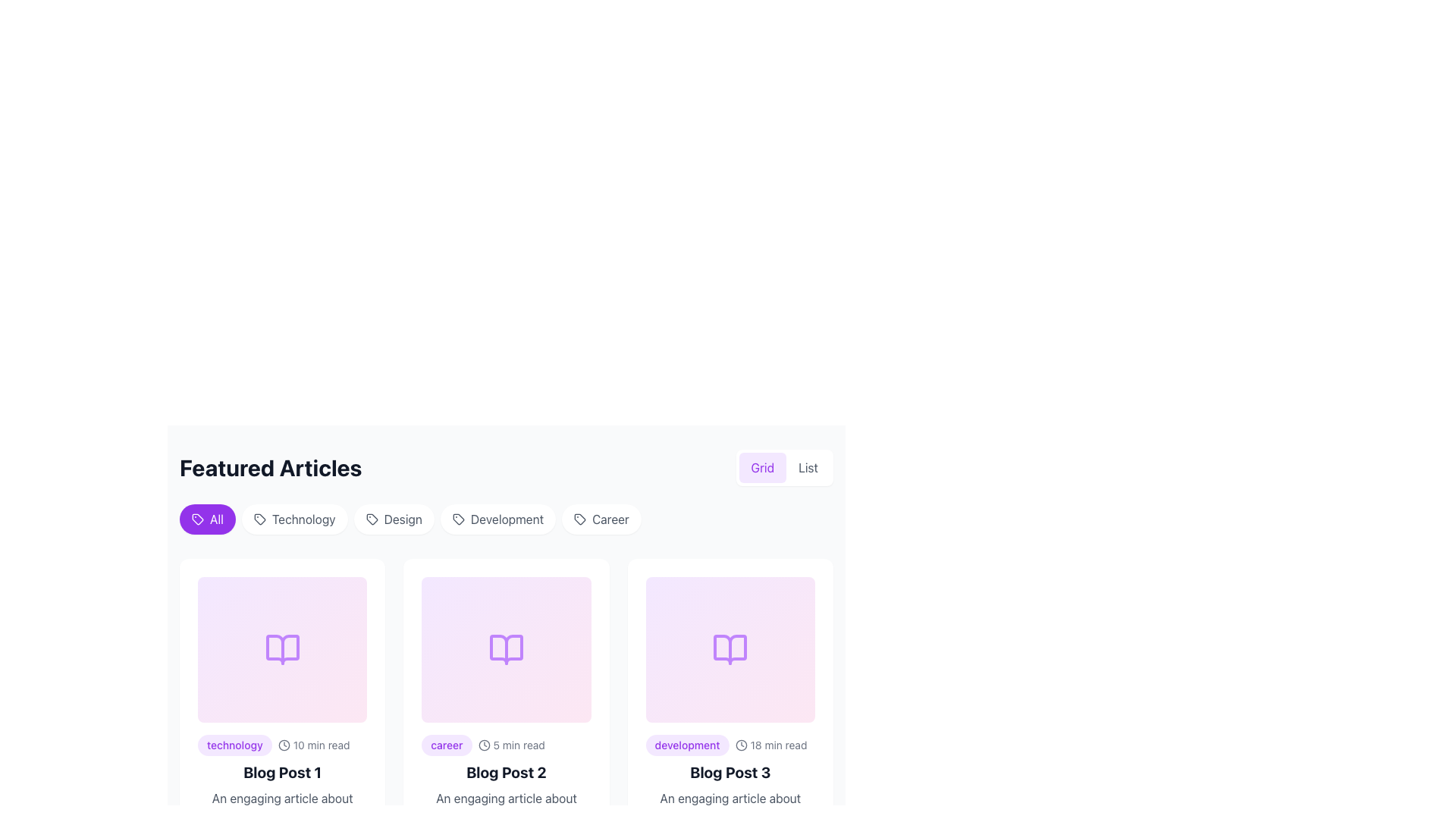  I want to click on the 'Technology' button, which is styled with rounded corners, a white background, grey text, and an icon depicting a tag on the left, so click(294, 519).